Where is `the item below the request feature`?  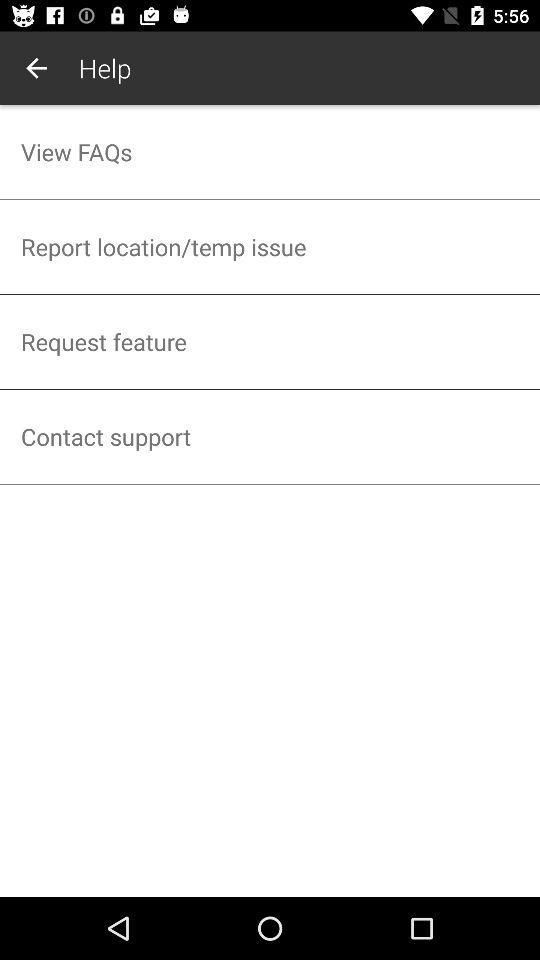 the item below the request feature is located at coordinates (270, 436).